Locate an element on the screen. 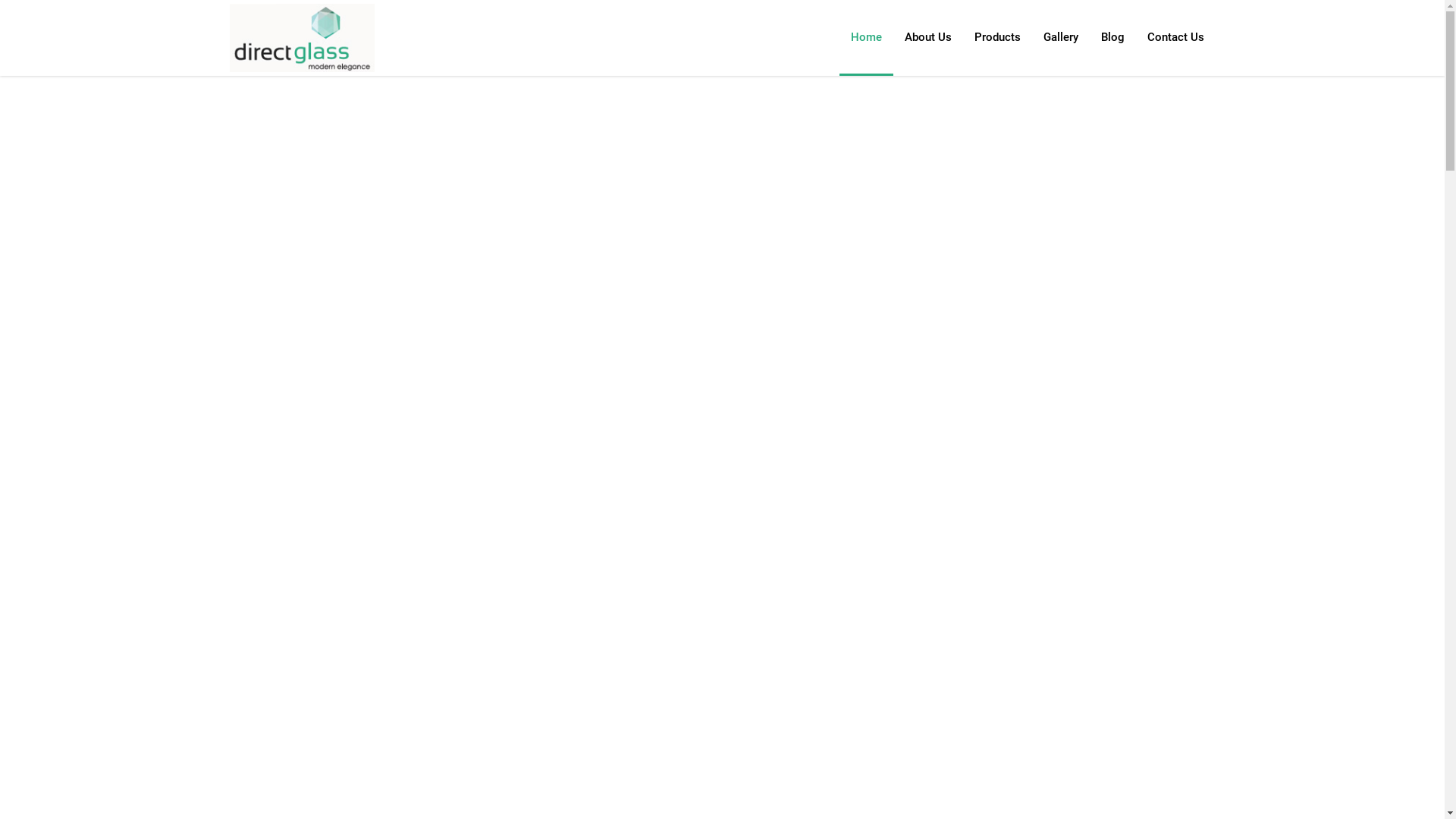 This screenshot has height=819, width=1456. 'Products' is located at coordinates (997, 37).